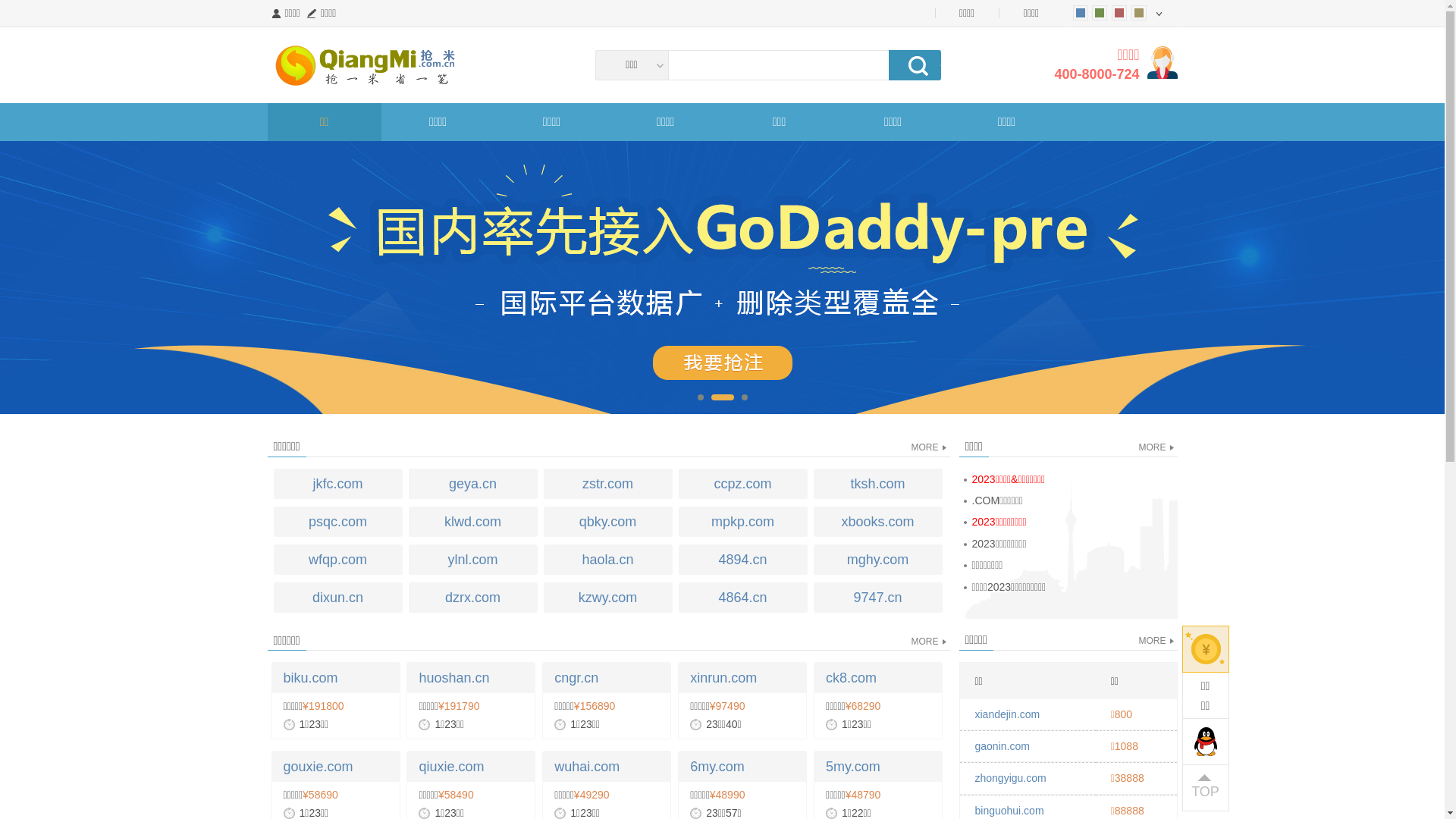  Describe the element at coordinates (811, 483) in the screenshot. I see `'tksh.com'` at that location.